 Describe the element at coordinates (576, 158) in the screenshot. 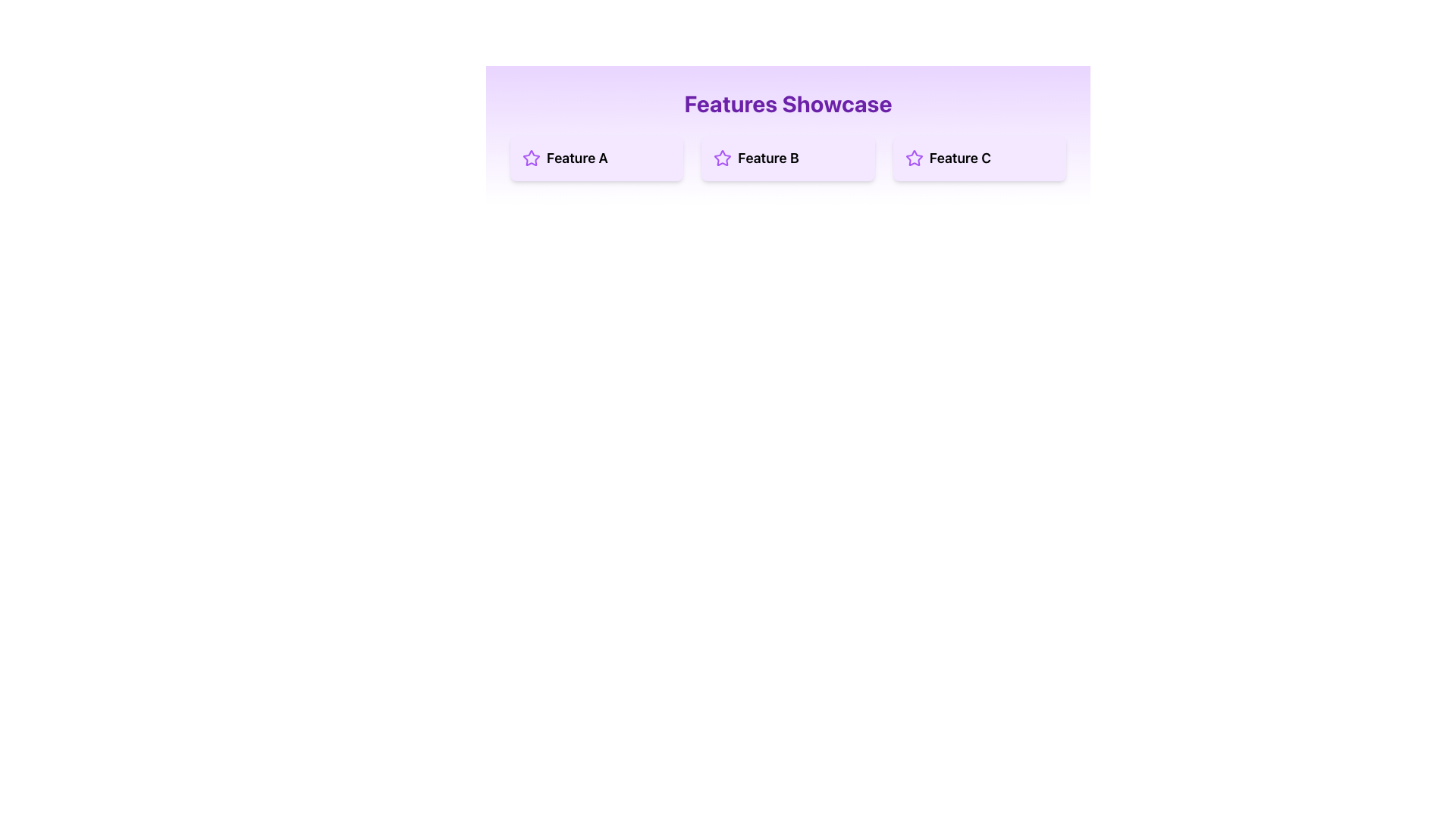

I see `the 'Feature A' text label located in the 'Features Showcase' section, which is the first item in a row of features` at that location.